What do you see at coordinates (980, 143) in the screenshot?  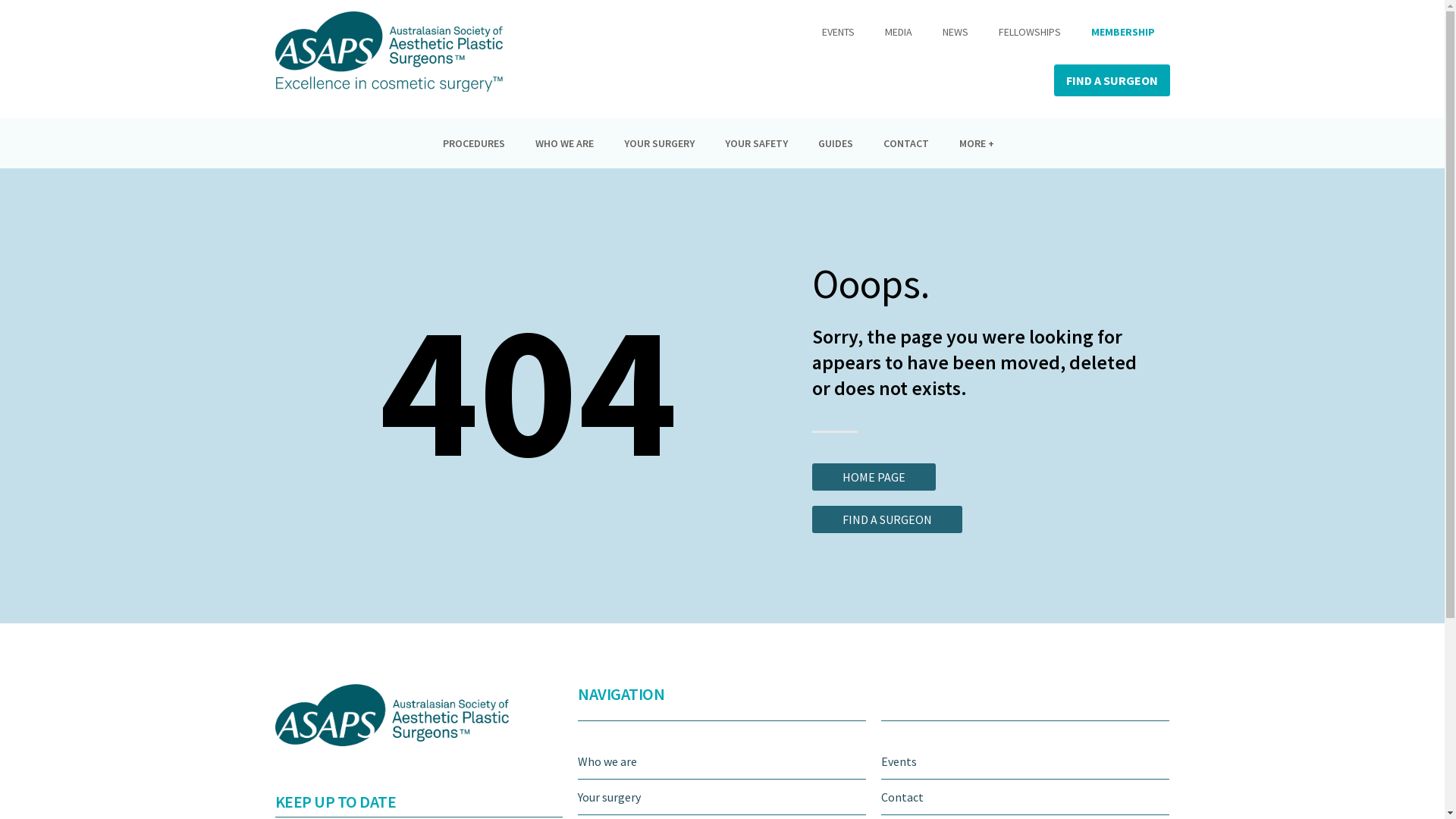 I see `'MORE +'` at bounding box center [980, 143].